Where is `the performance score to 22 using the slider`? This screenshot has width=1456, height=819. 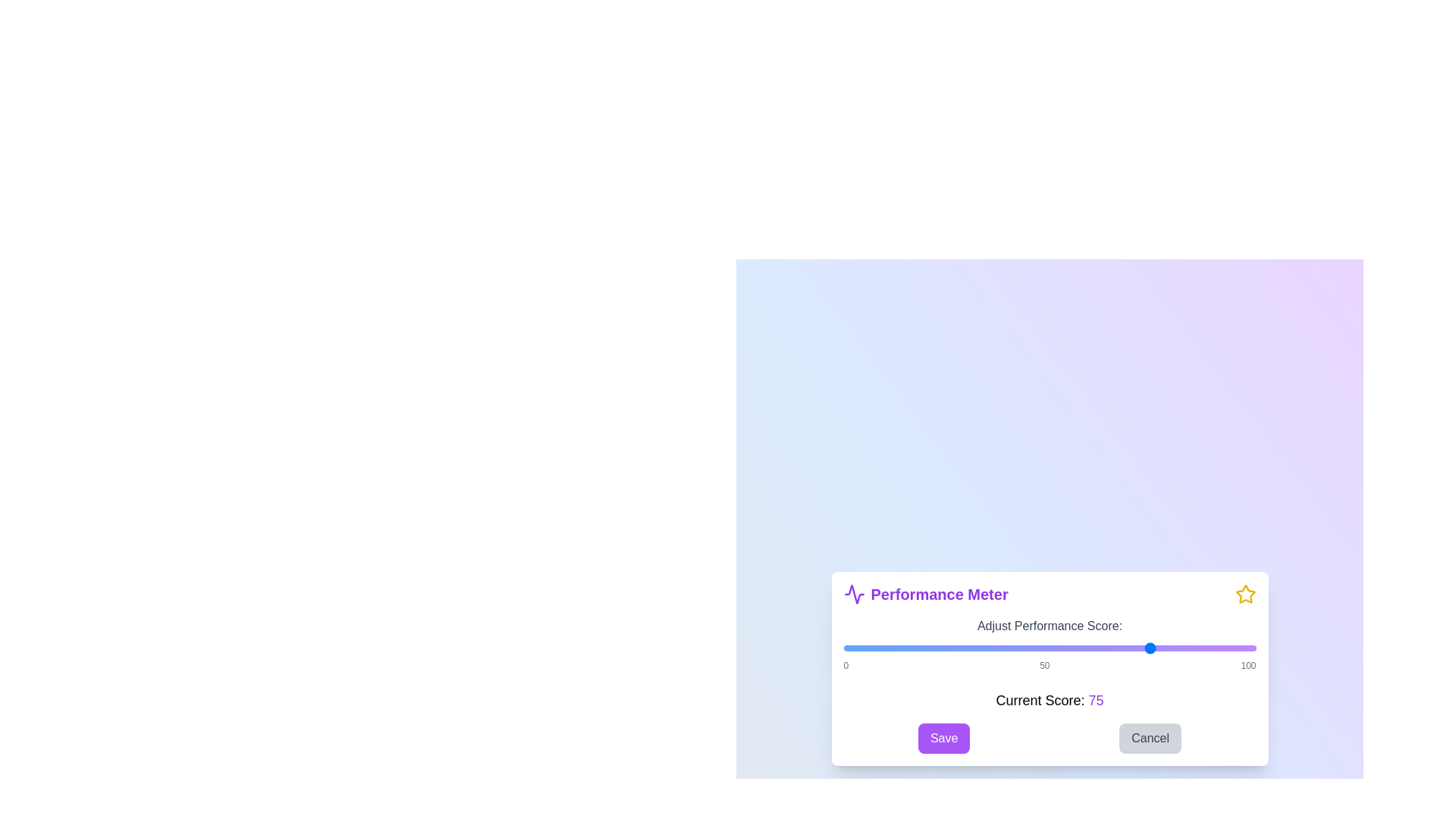
the performance score to 22 using the slider is located at coordinates (934, 648).